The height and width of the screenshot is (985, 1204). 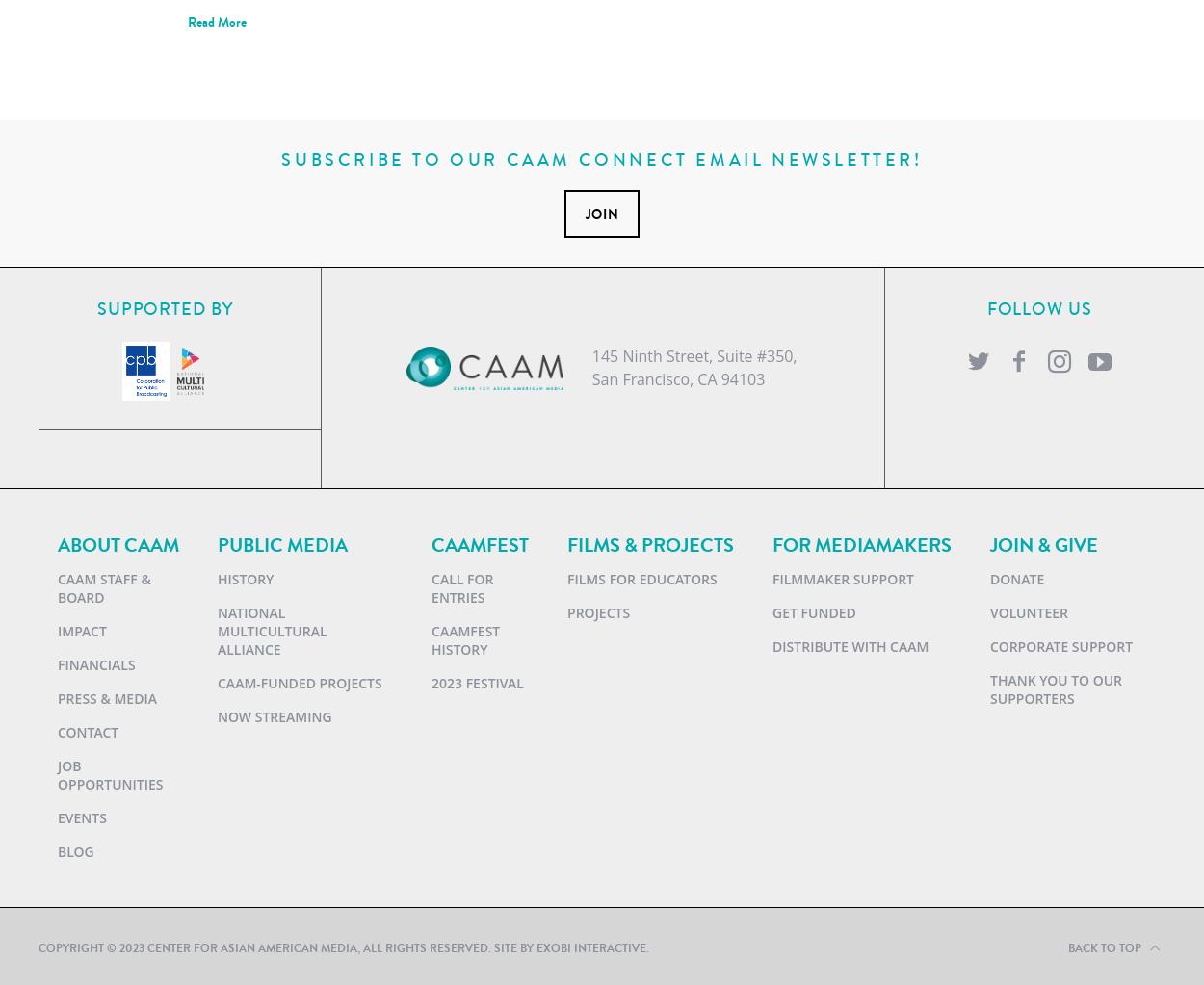 I want to click on 'Blog', so click(x=74, y=850).